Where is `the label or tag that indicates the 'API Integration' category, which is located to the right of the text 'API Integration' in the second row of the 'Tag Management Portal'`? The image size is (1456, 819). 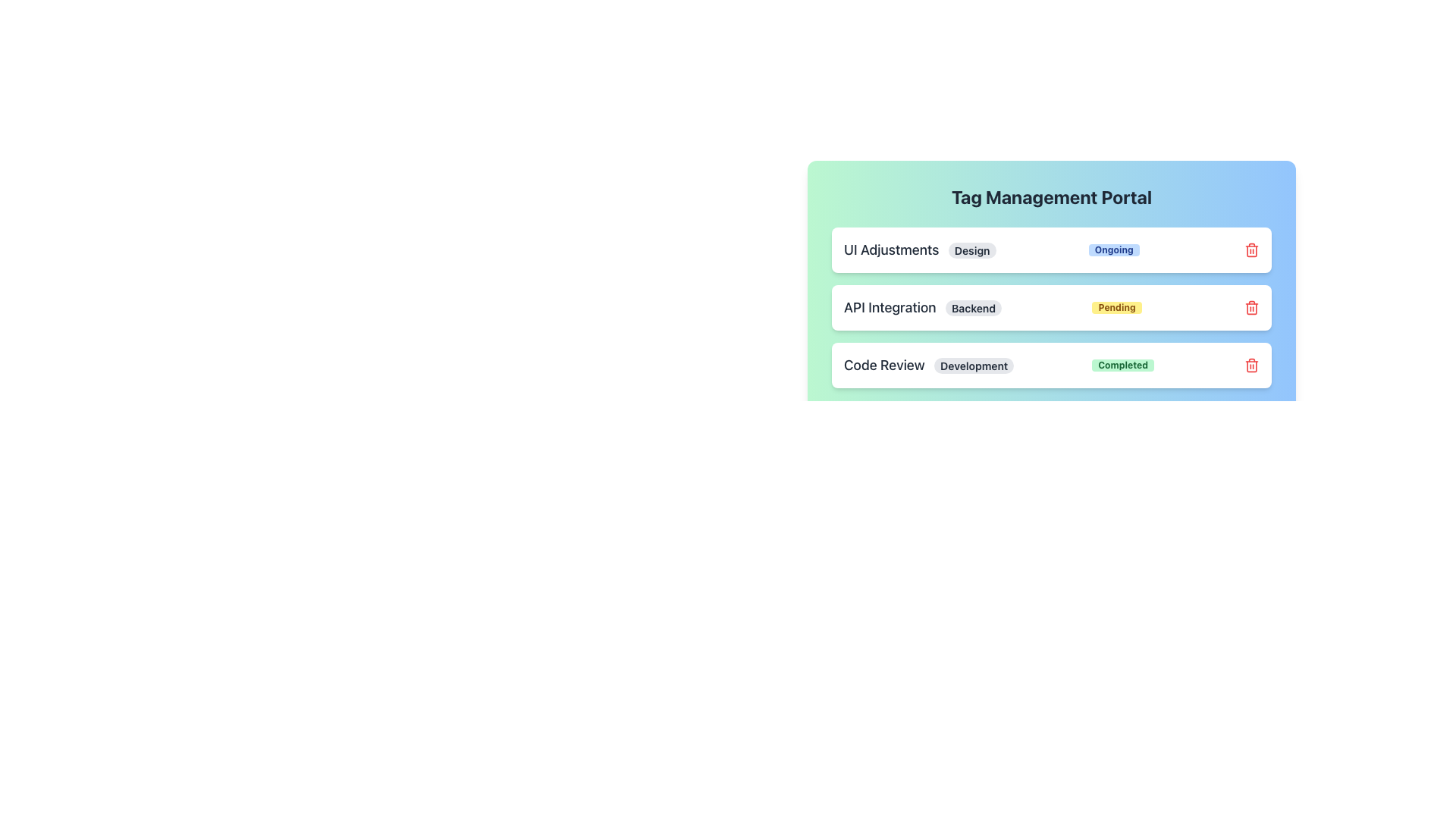
the label or tag that indicates the 'API Integration' category, which is located to the right of the text 'API Integration' in the second row of the 'Tag Management Portal' is located at coordinates (974, 307).